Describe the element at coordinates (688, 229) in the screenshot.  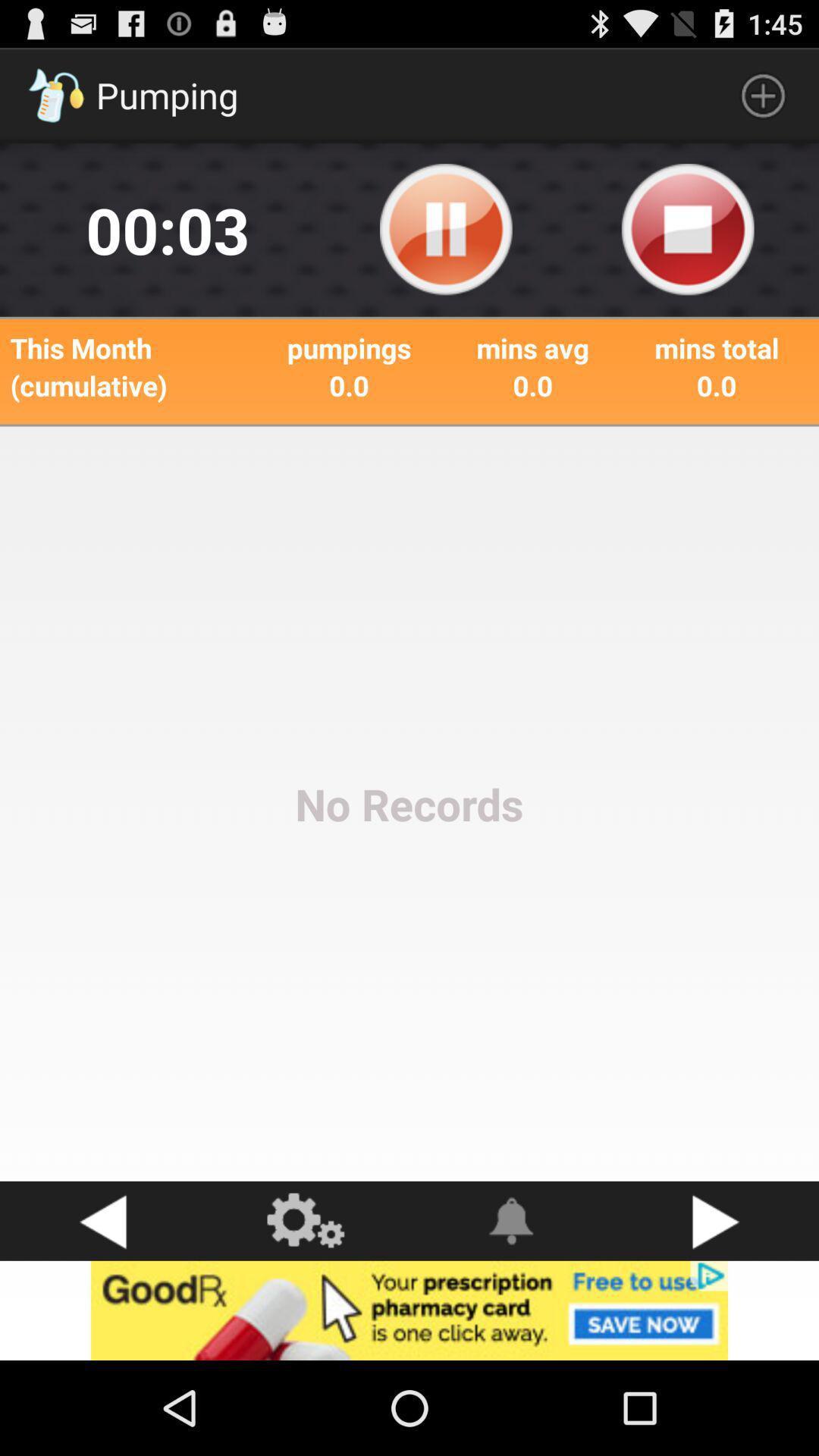
I see `stop recording` at that location.